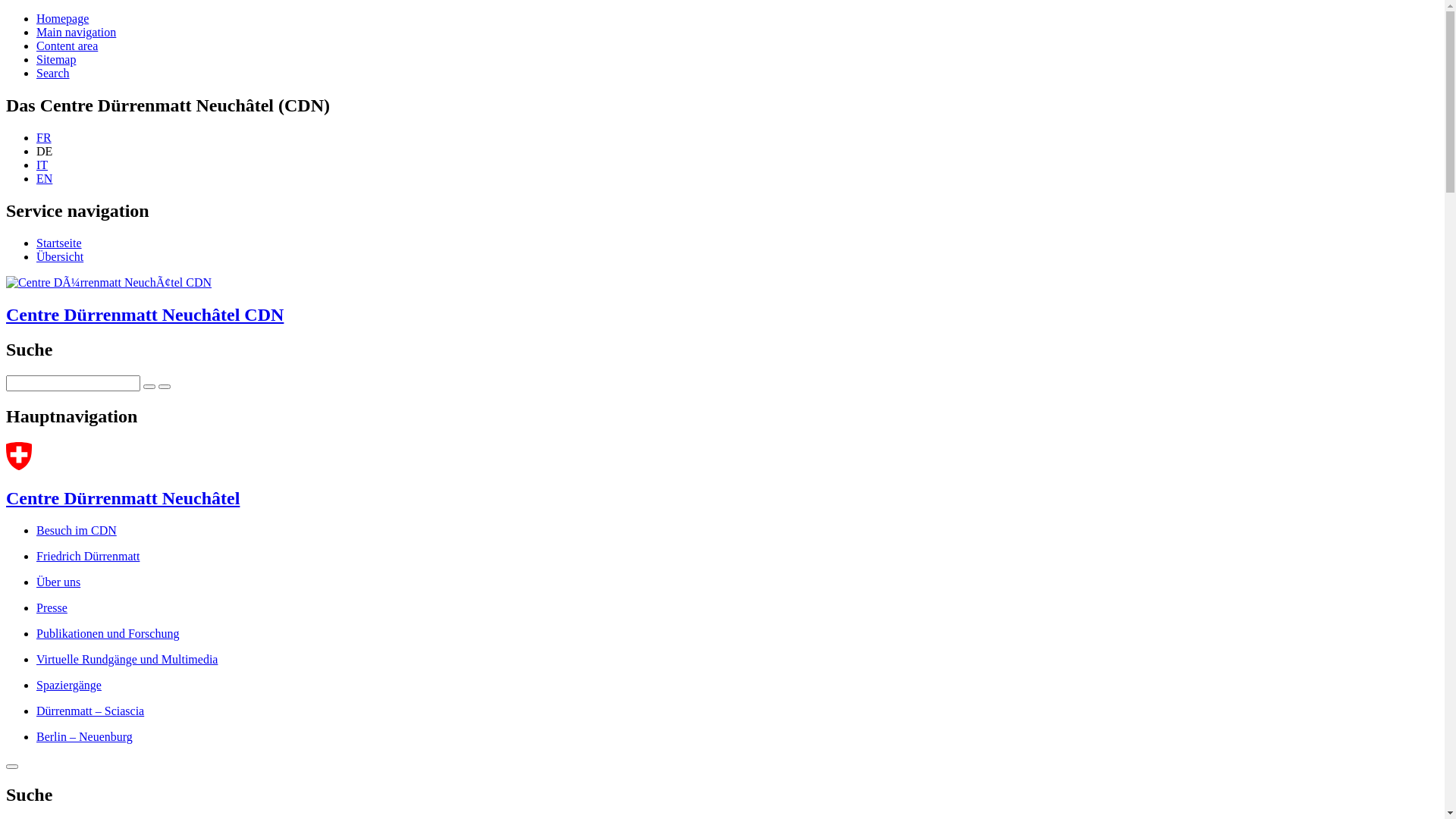 This screenshot has height=819, width=1456. What do you see at coordinates (44, 151) in the screenshot?
I see `'DE'` at bounding box center [44, 151].